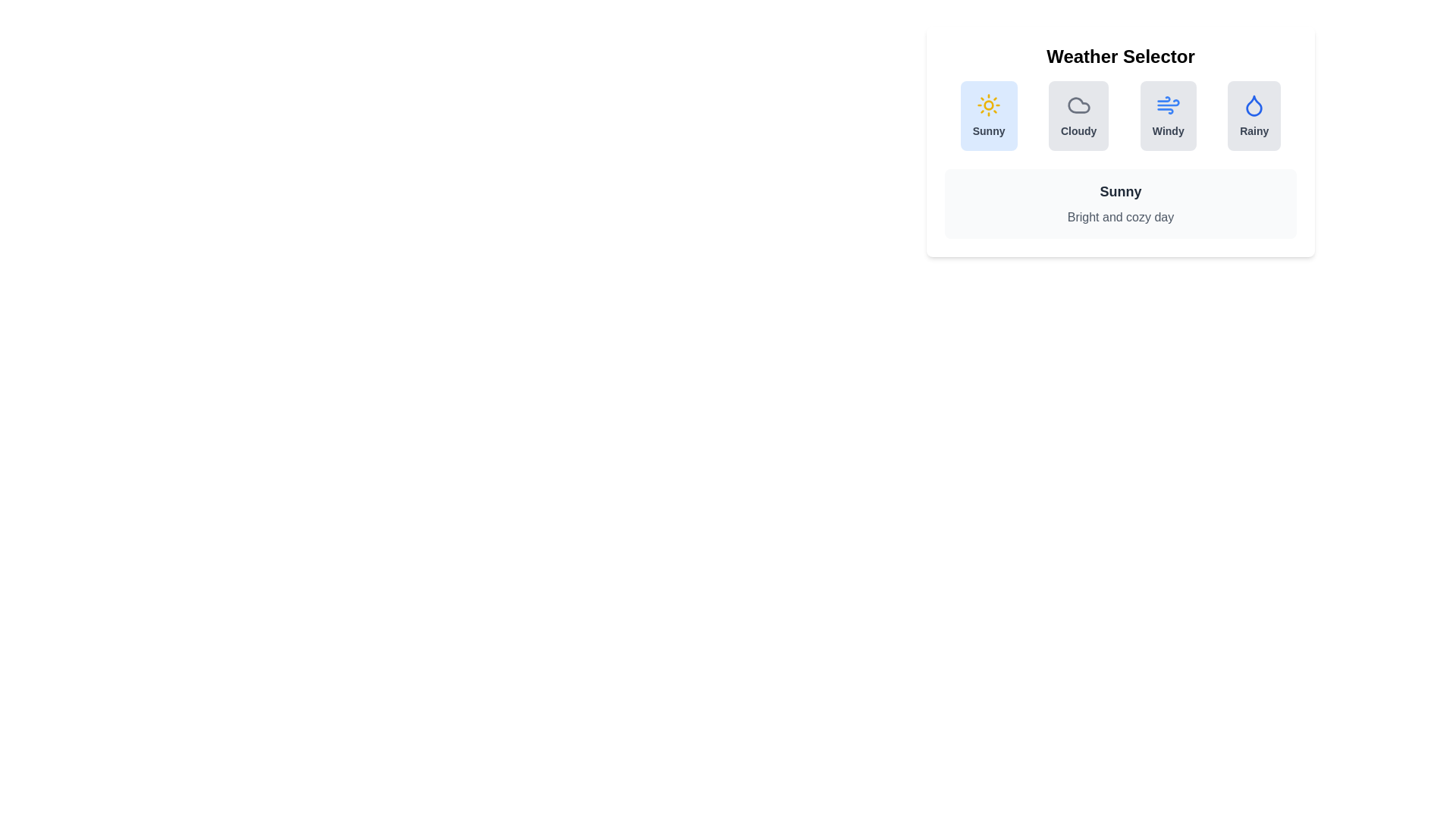  Describe the element at coordinates (1121, 191) in the screenshot. I see `text label indicating the current selected weather status, which displays 'Sunny'` at that location.